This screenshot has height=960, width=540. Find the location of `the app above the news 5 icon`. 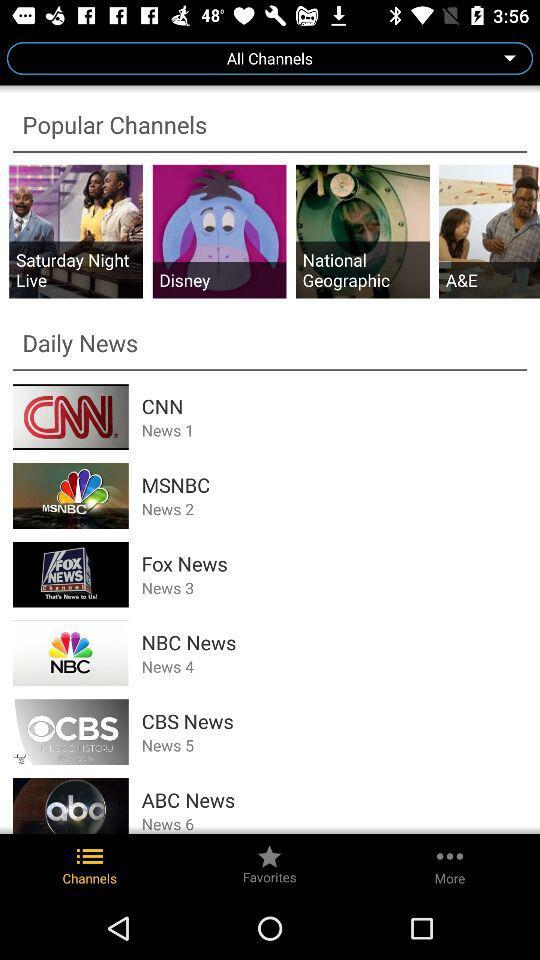

the app above the news 5 icon is located at coordinates (334, 720).